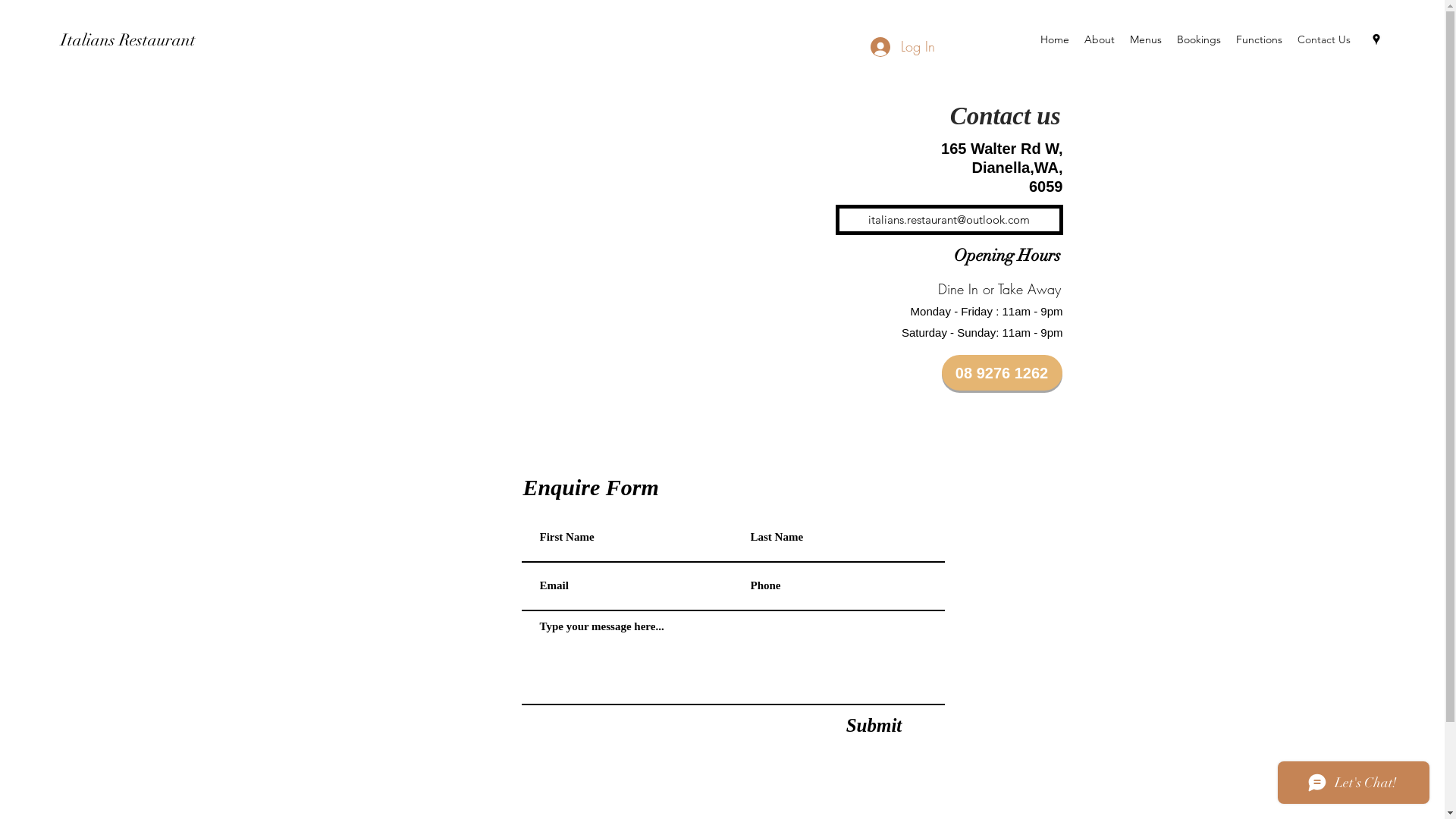 This screenshot has width=1456, height=819. What do you see at coordinates (127, 39) in the screenshot?
I see `'Italians Restaurant'` at bounding box center [127, 39].